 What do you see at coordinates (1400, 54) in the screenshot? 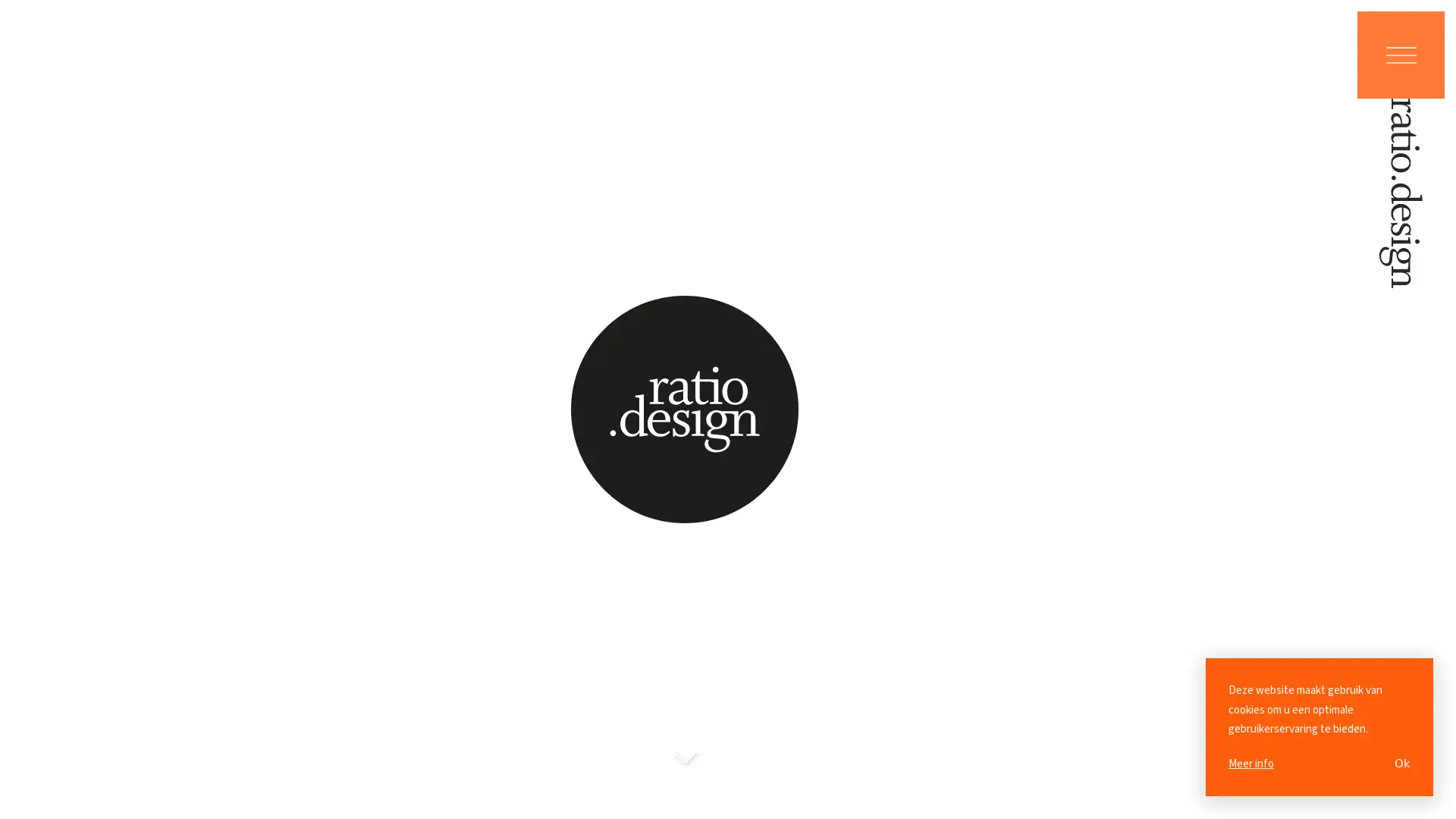
I see `Open menu` at bounding box center [1400, 54].